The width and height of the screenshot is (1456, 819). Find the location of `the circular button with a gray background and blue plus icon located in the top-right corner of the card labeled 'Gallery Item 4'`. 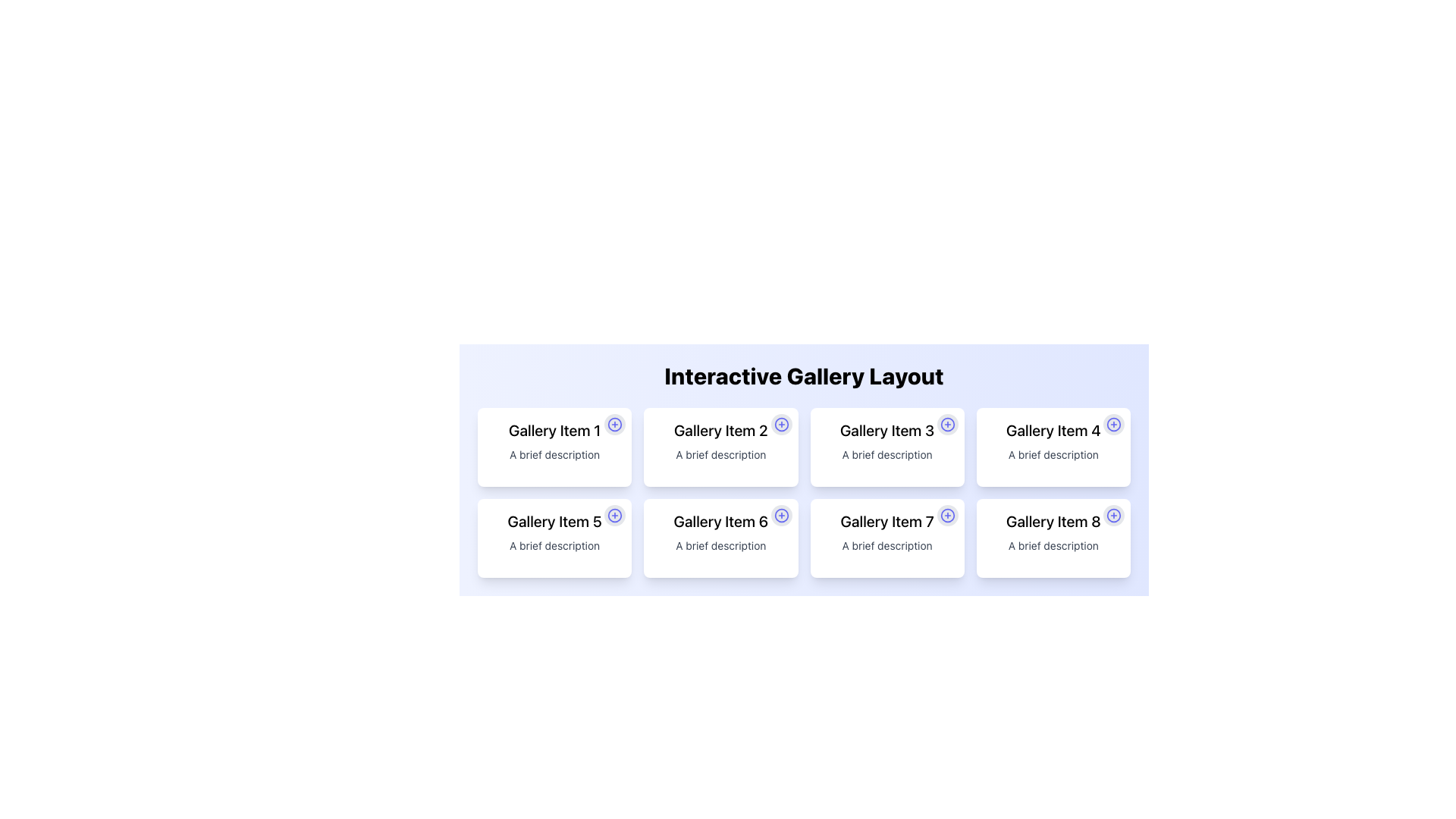

the circular button with a gray background and blue plus icon located in the top-right corner of the card labeled 'Gallery Item 4' is located at coordinates (1113, 424).